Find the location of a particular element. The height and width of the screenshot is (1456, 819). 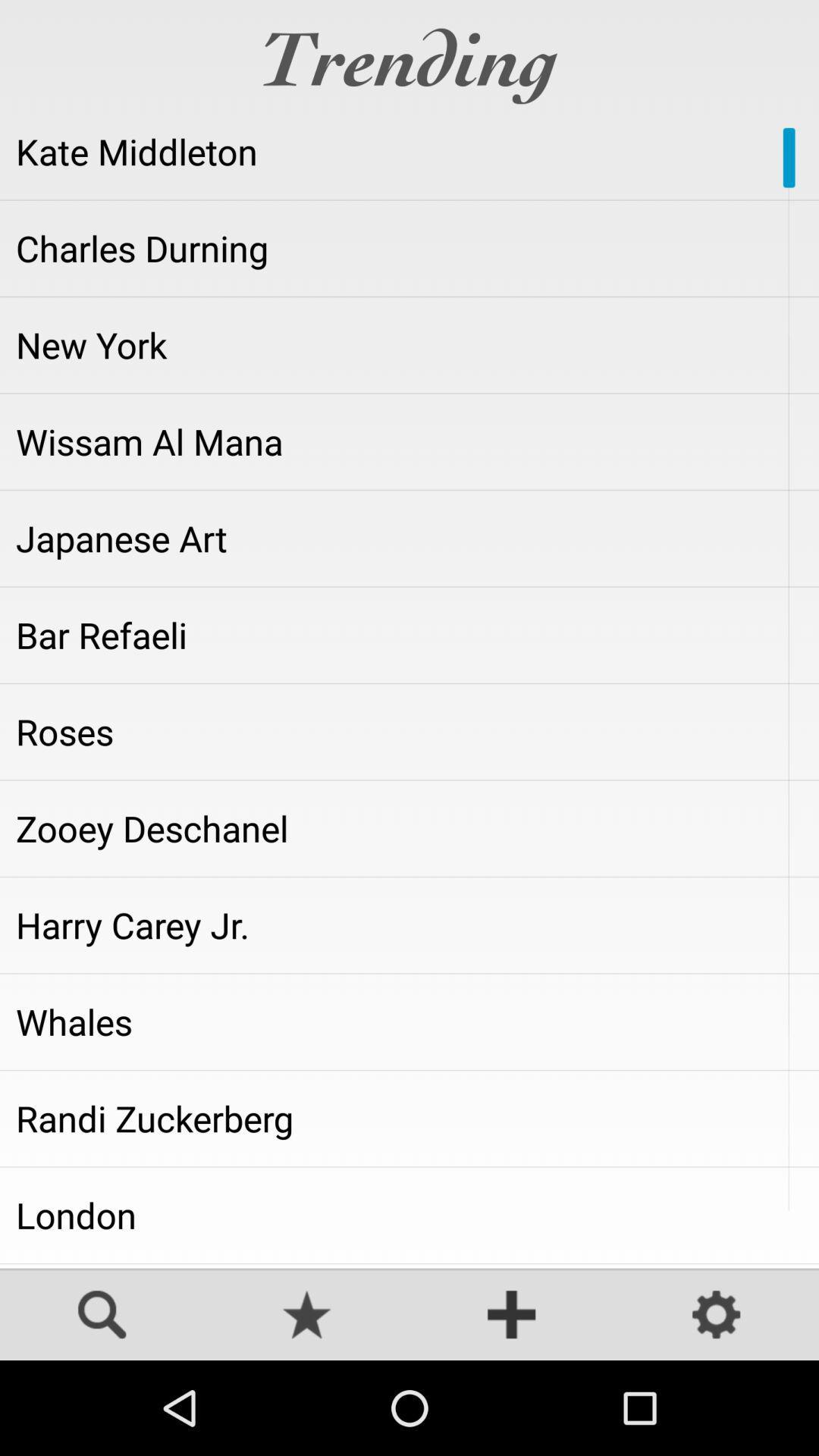

lucy liu app is located at coordinates (409, 1266).